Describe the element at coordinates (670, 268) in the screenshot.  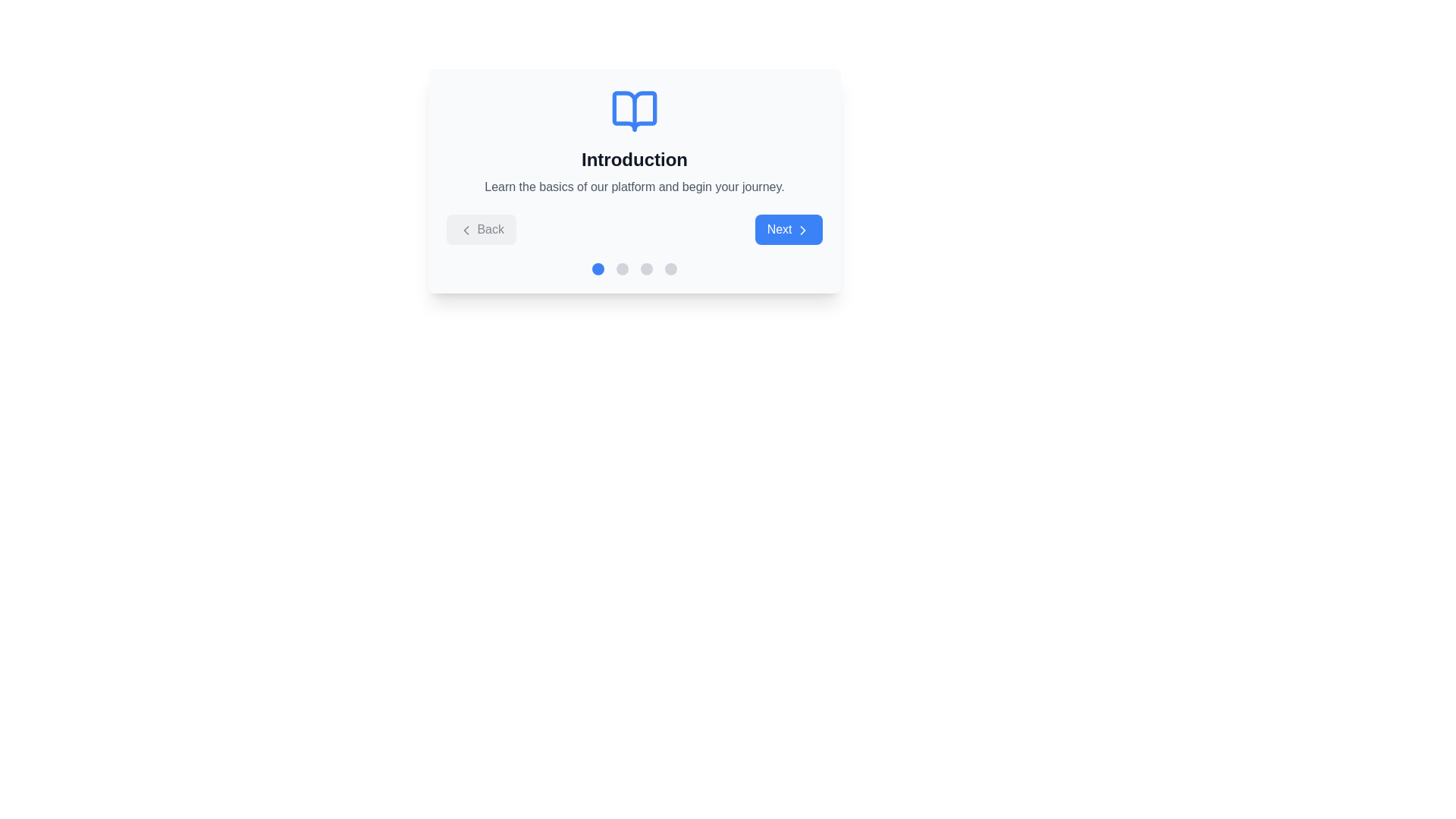
I see `the fourth progress indicator, which visually represents the user's stage in a sequence, located centered horizontally within the card and towards its lower edge` at that location.